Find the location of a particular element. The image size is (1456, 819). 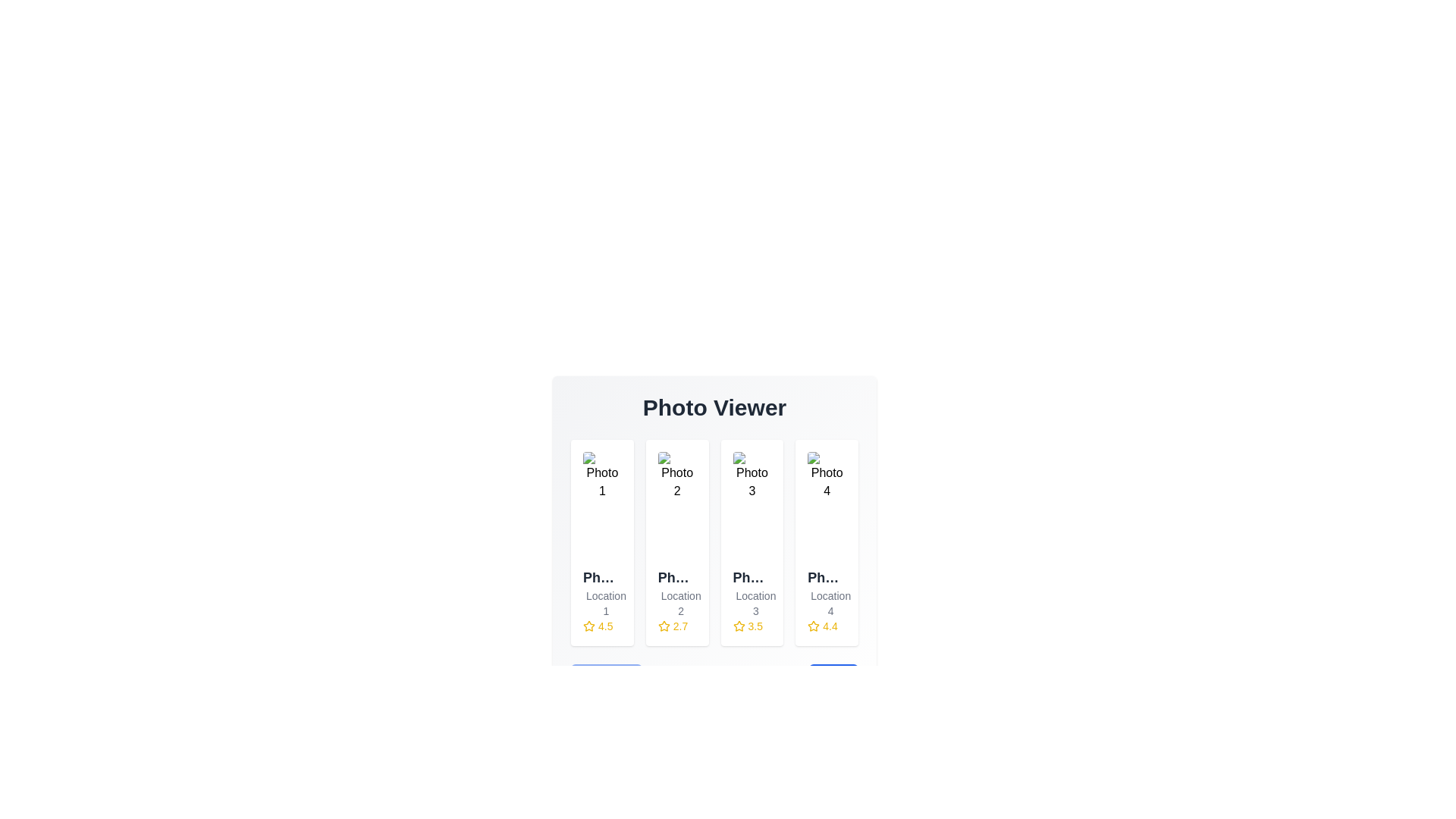

the rating icon located in the second column below 'Location 2' and above the value '2.7' is located at coordinates (664, 626).